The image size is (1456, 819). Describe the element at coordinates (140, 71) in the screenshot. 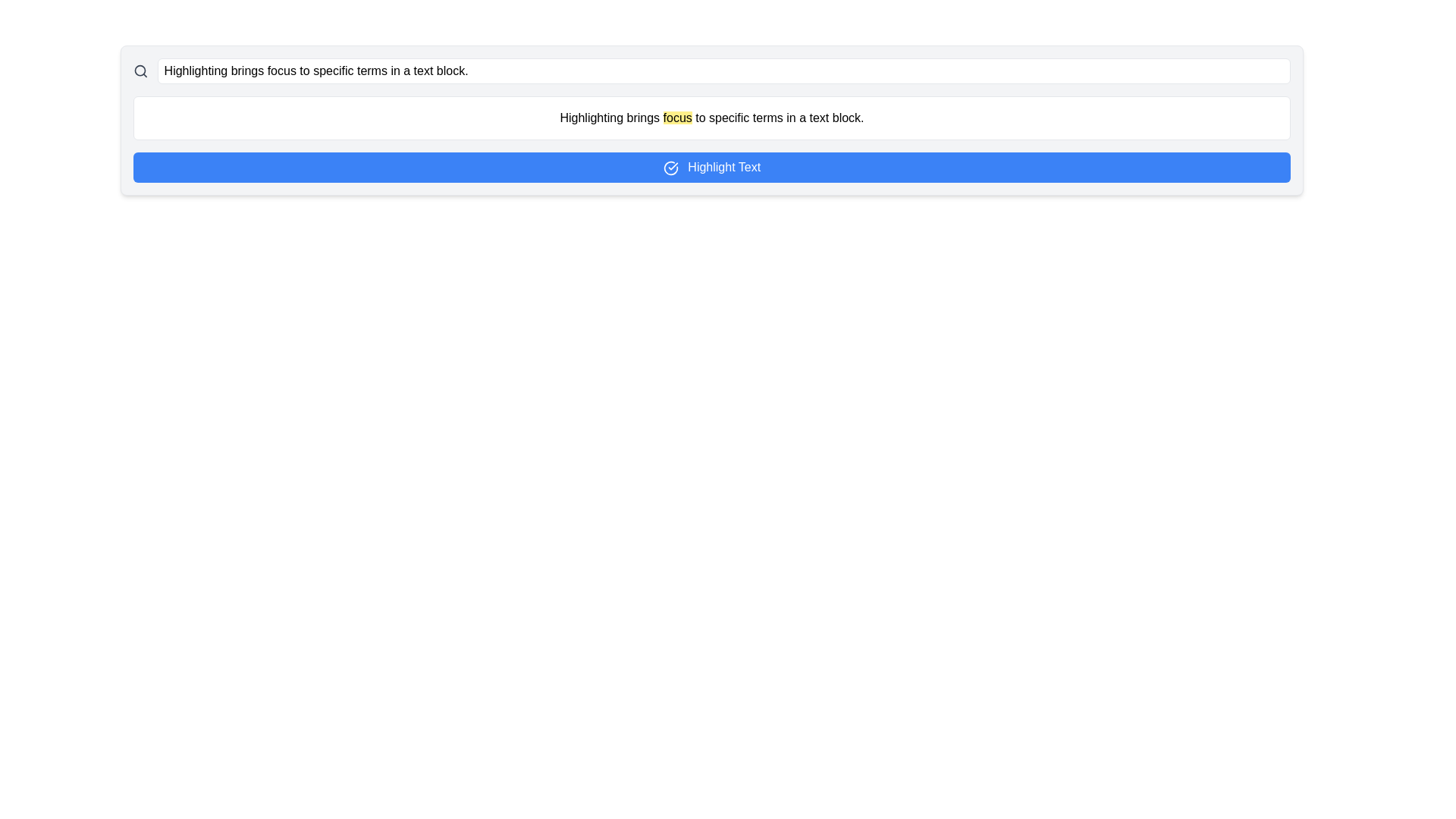

I see `the magnifying glass icon indicating a search function` at that location.